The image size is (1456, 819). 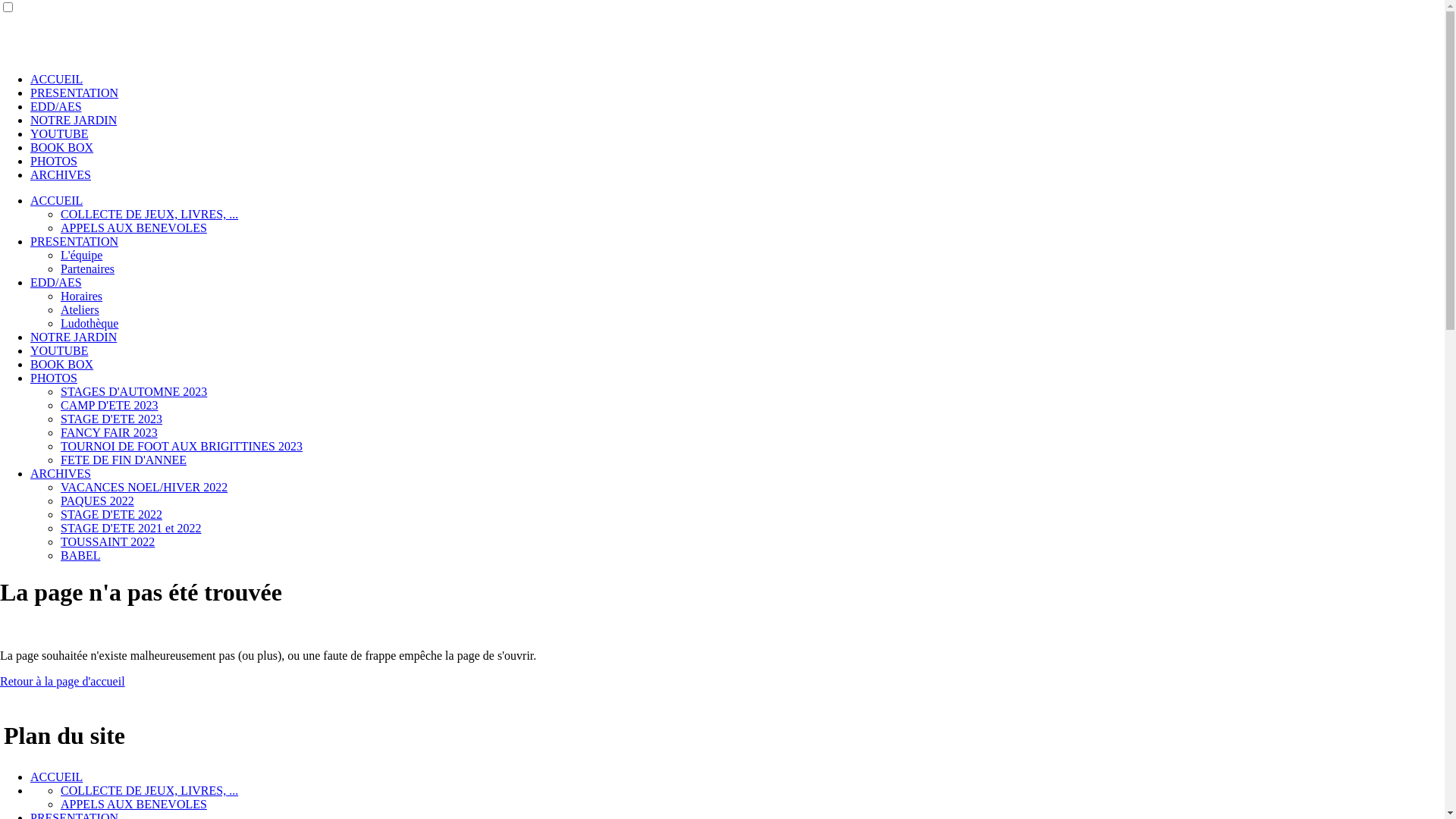 I want to click on 'ACCUEIL', so click(x=56, y=777).